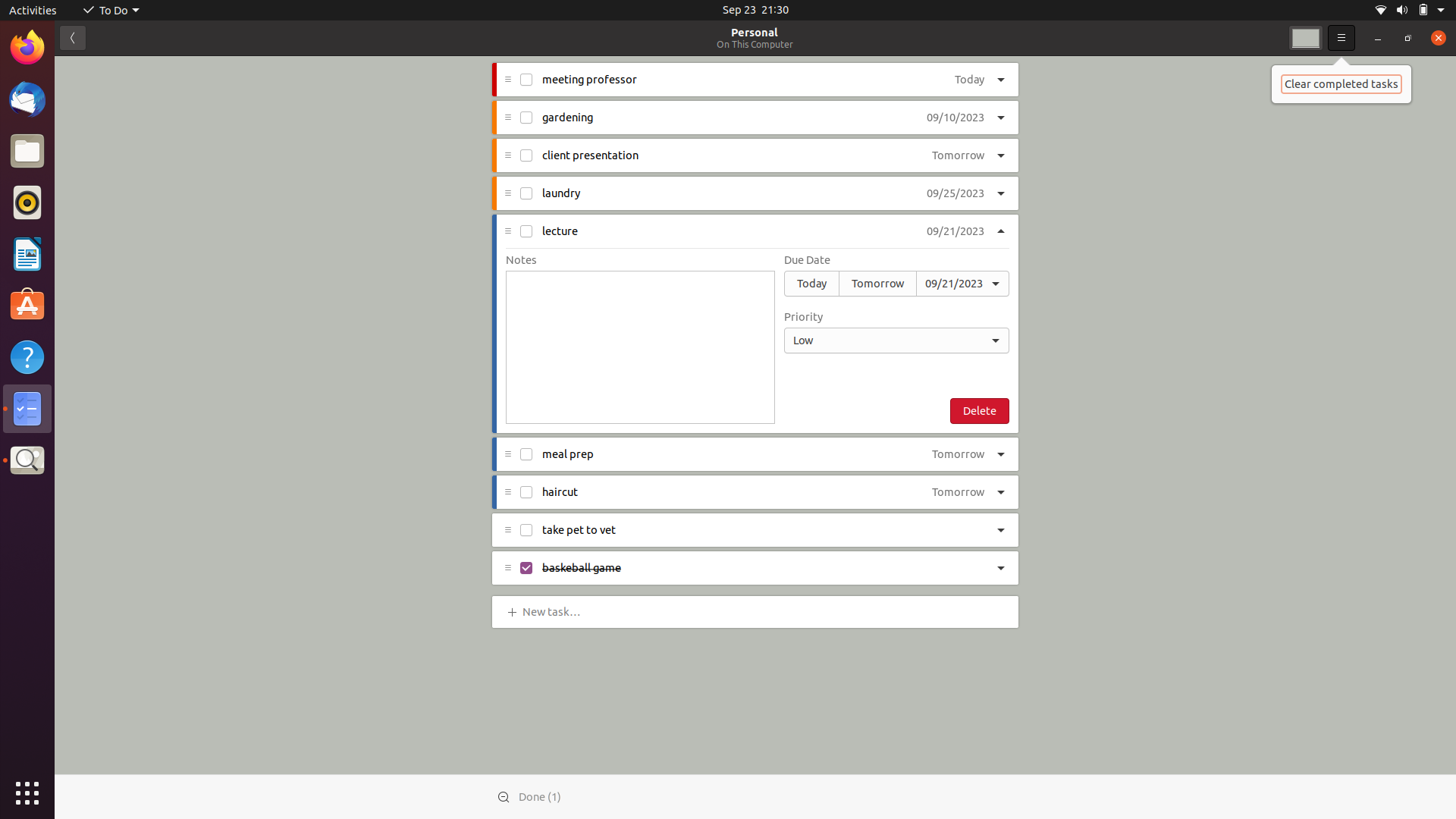 The image size is (1456, 819). Describe the element at coordinates (527, 81) in the screenshot. I see `Mark "meeting professor" as completed` at that location.